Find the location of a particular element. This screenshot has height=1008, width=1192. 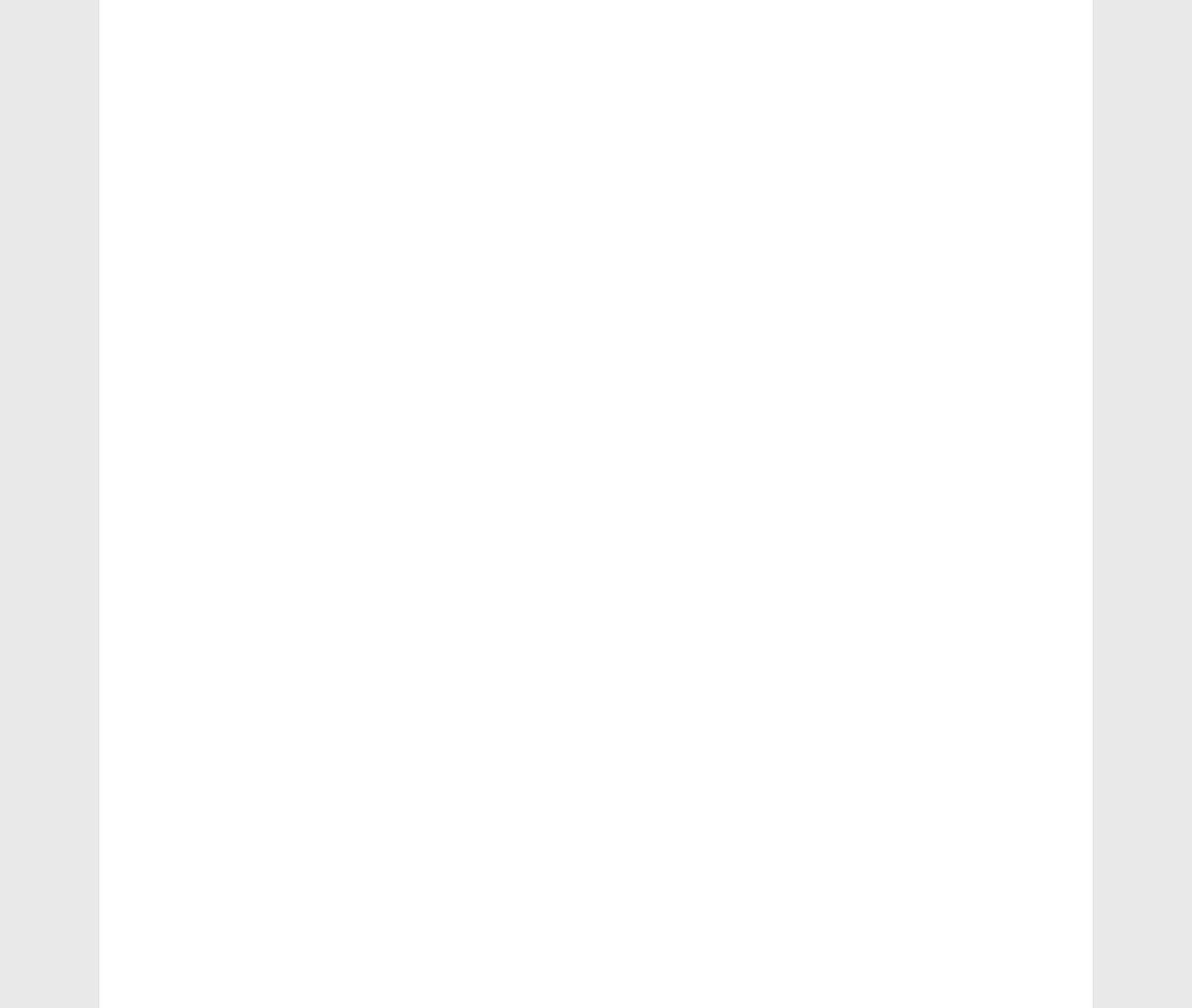

'Legal Document' is located at coordinates (905, 609).